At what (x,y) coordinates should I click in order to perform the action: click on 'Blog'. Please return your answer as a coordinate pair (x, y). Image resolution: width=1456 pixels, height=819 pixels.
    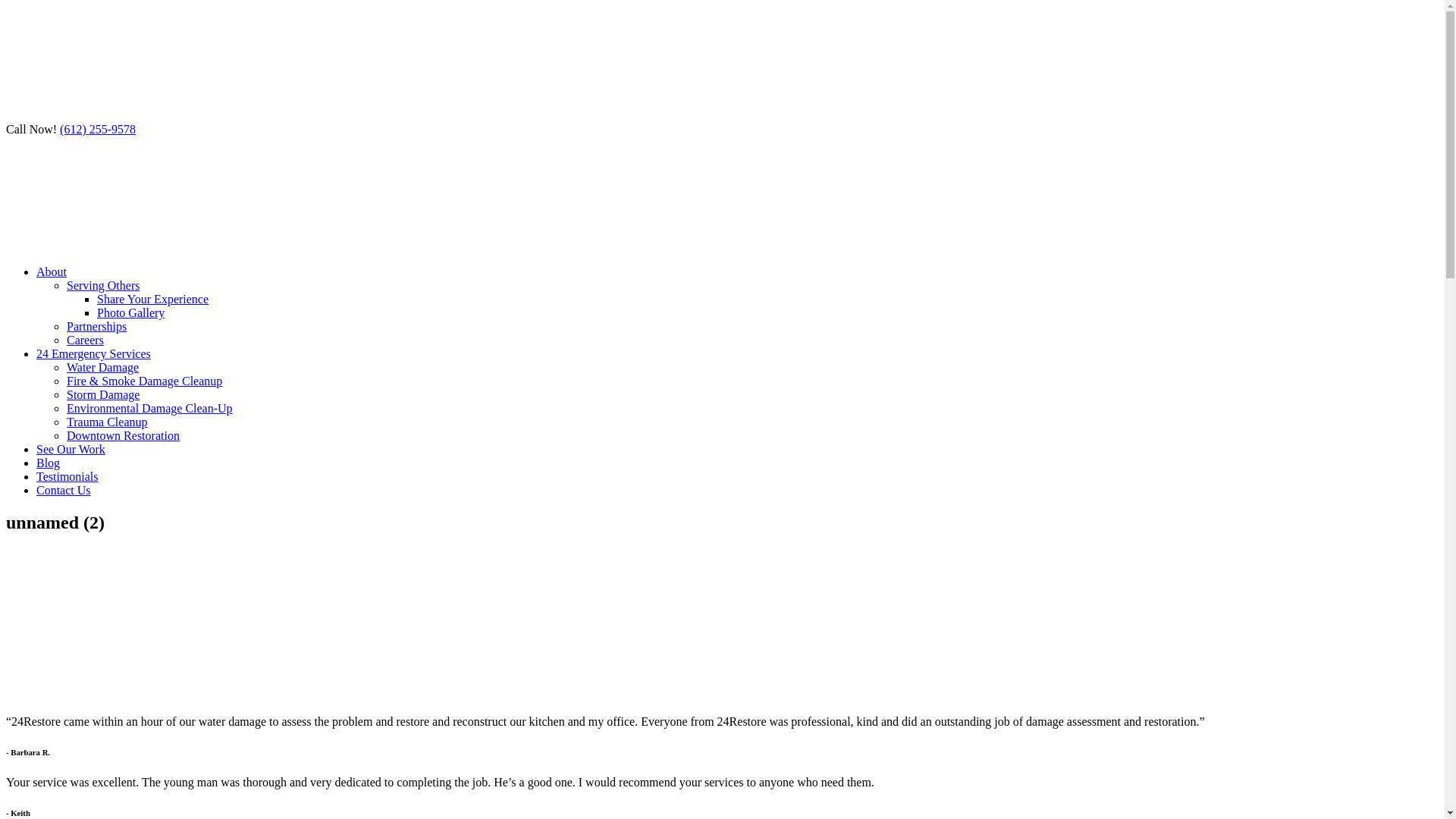
    Looking at the image, I should click on (48, 462).